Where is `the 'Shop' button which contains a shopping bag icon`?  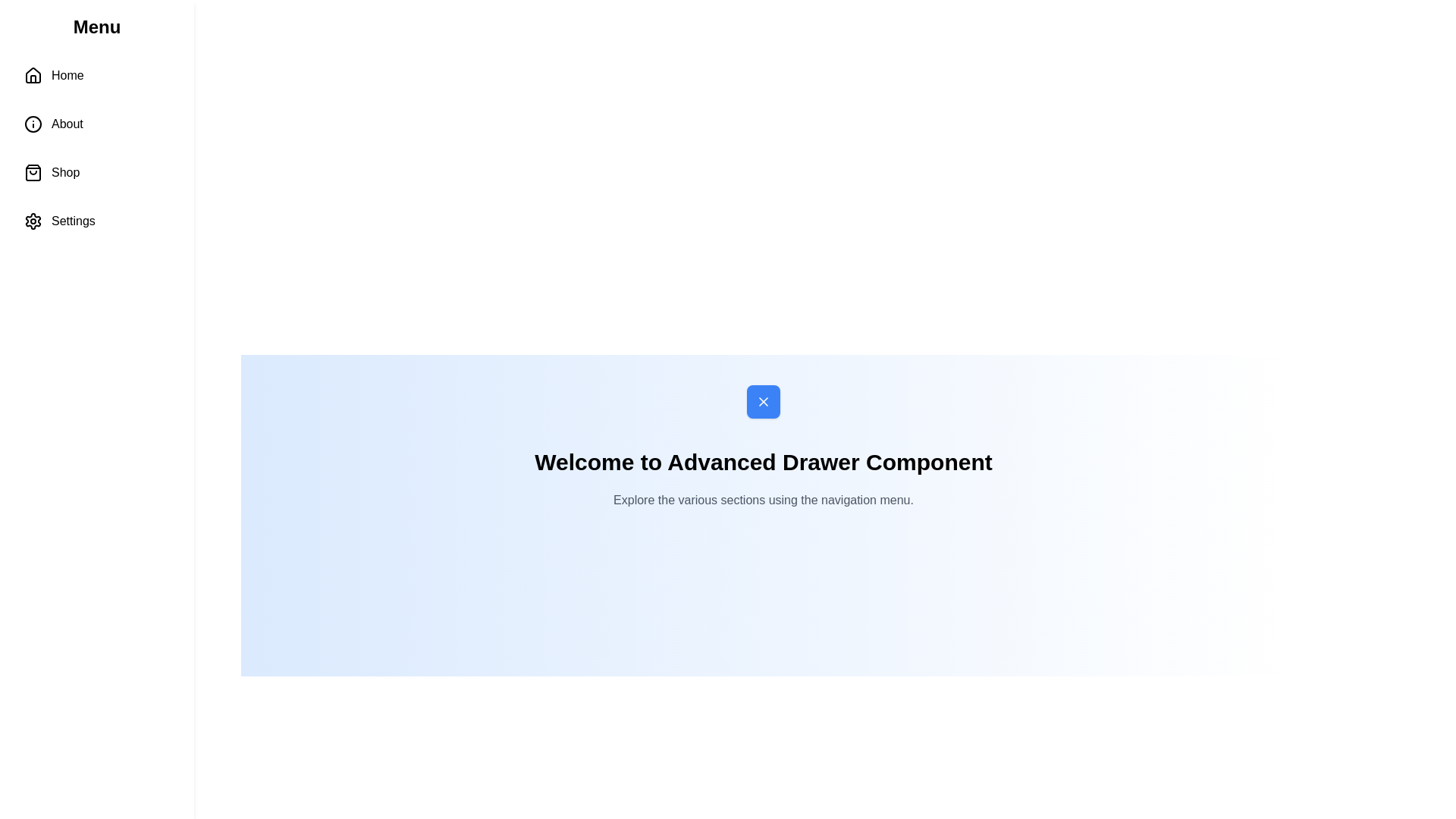 the 'Shop' button which contains a shopping bag icon is located at coordinates (33, 171).